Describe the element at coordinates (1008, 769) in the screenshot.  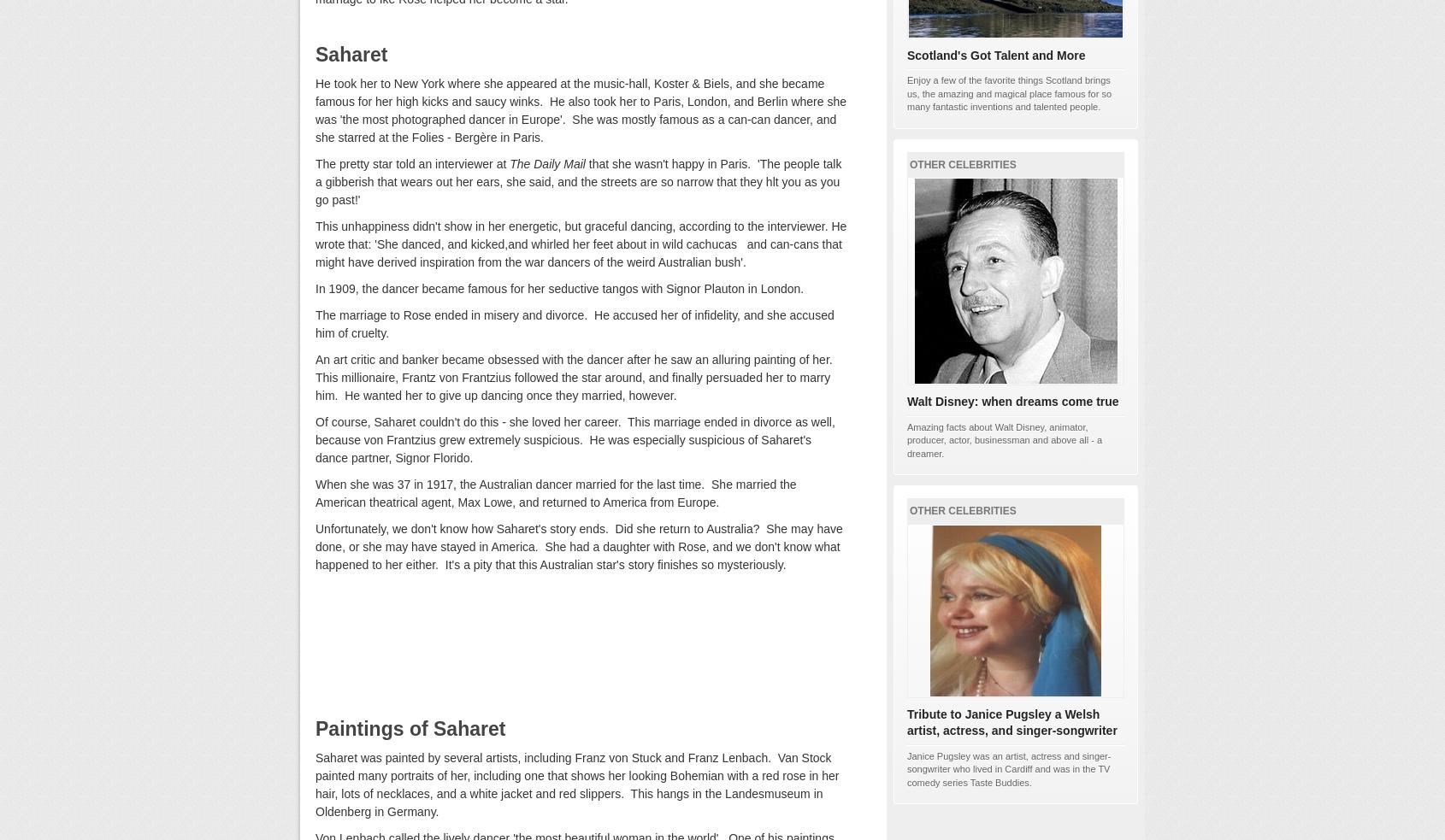
I see `'Janice Pugsley was an artist, actress and singer-songwriter who lived in Cardiff and was in the TV comedy series Taste Buddies.'` at that location.